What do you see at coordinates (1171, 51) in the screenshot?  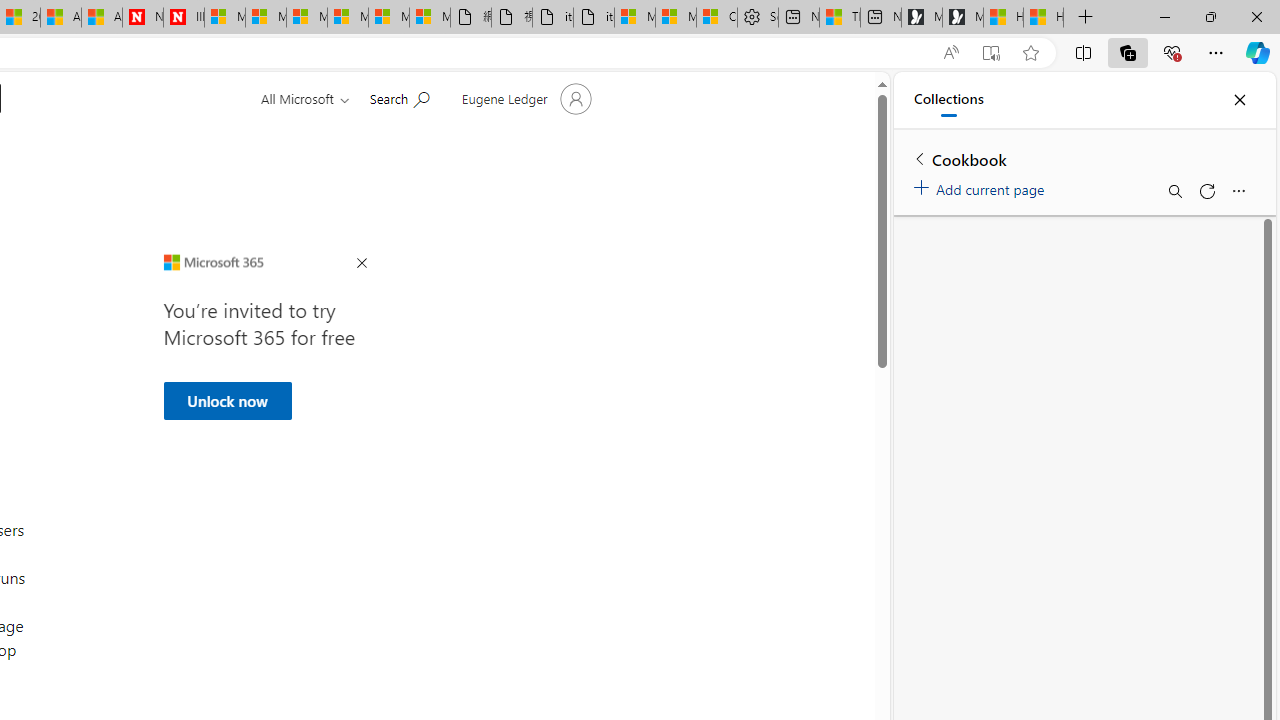 I see `'Browser essentials'` at bounding box center [1171, 51].